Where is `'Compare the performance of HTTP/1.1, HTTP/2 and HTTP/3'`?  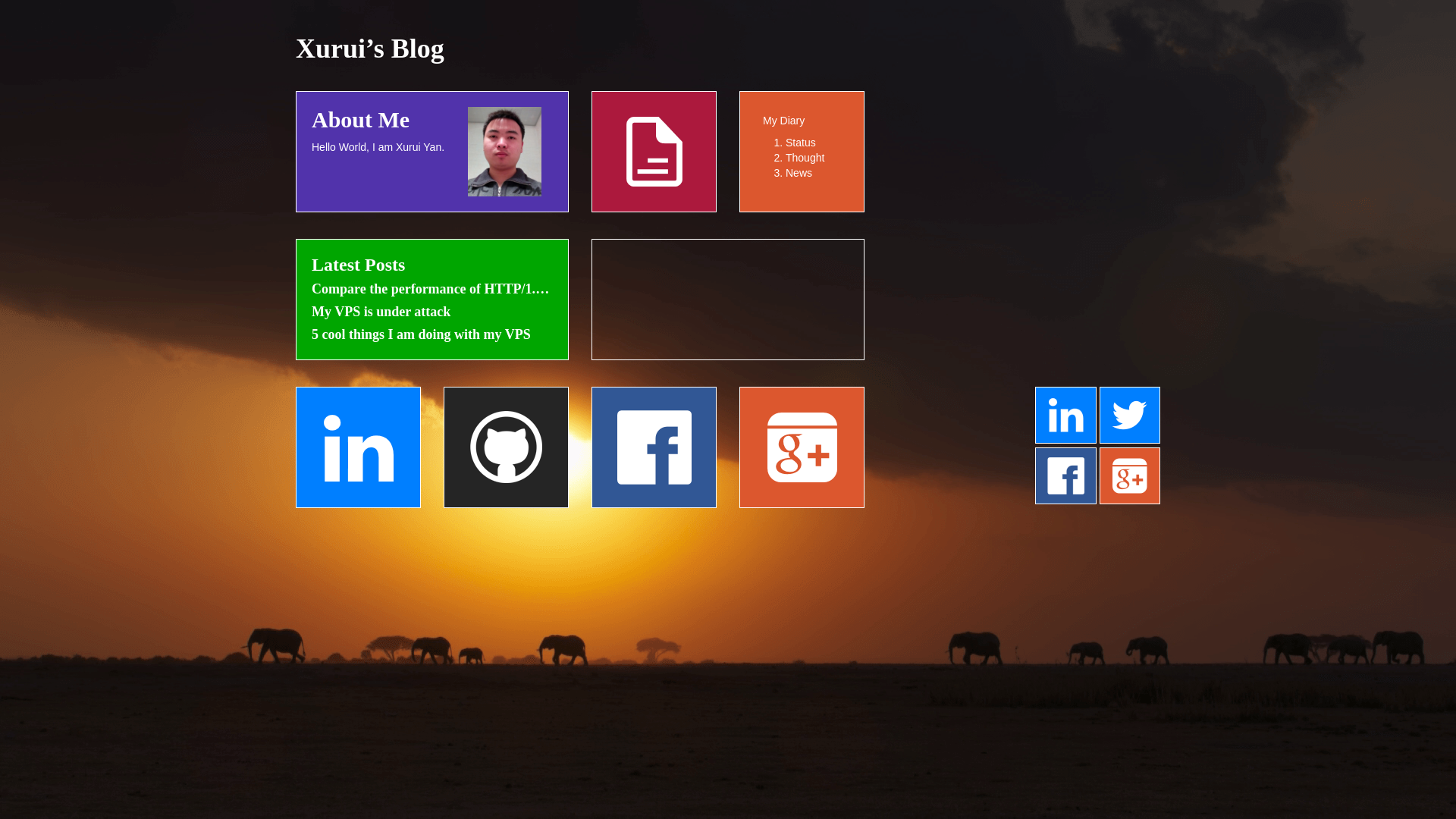
'Compare the performance of HTTP/1.1, HTTP/2 and HTTP/3' is located at coordinates (431, 289).